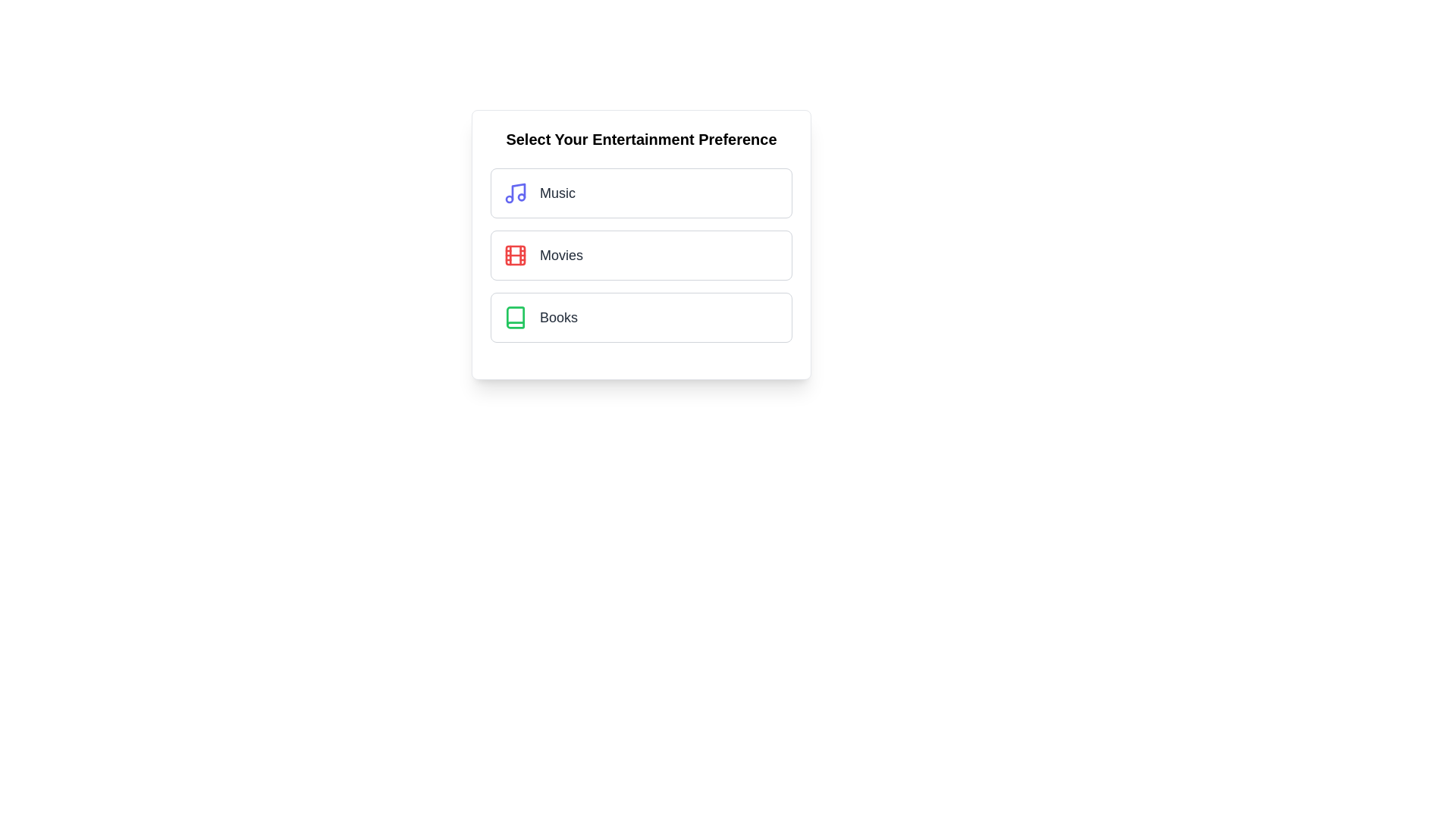  What do you see at coordinates (641, 254) in the screenshot?
I see `the middle selectable option labeled 'Movies' in the vertical list to trigger the highlight effect` at bounding box center [641, 254].